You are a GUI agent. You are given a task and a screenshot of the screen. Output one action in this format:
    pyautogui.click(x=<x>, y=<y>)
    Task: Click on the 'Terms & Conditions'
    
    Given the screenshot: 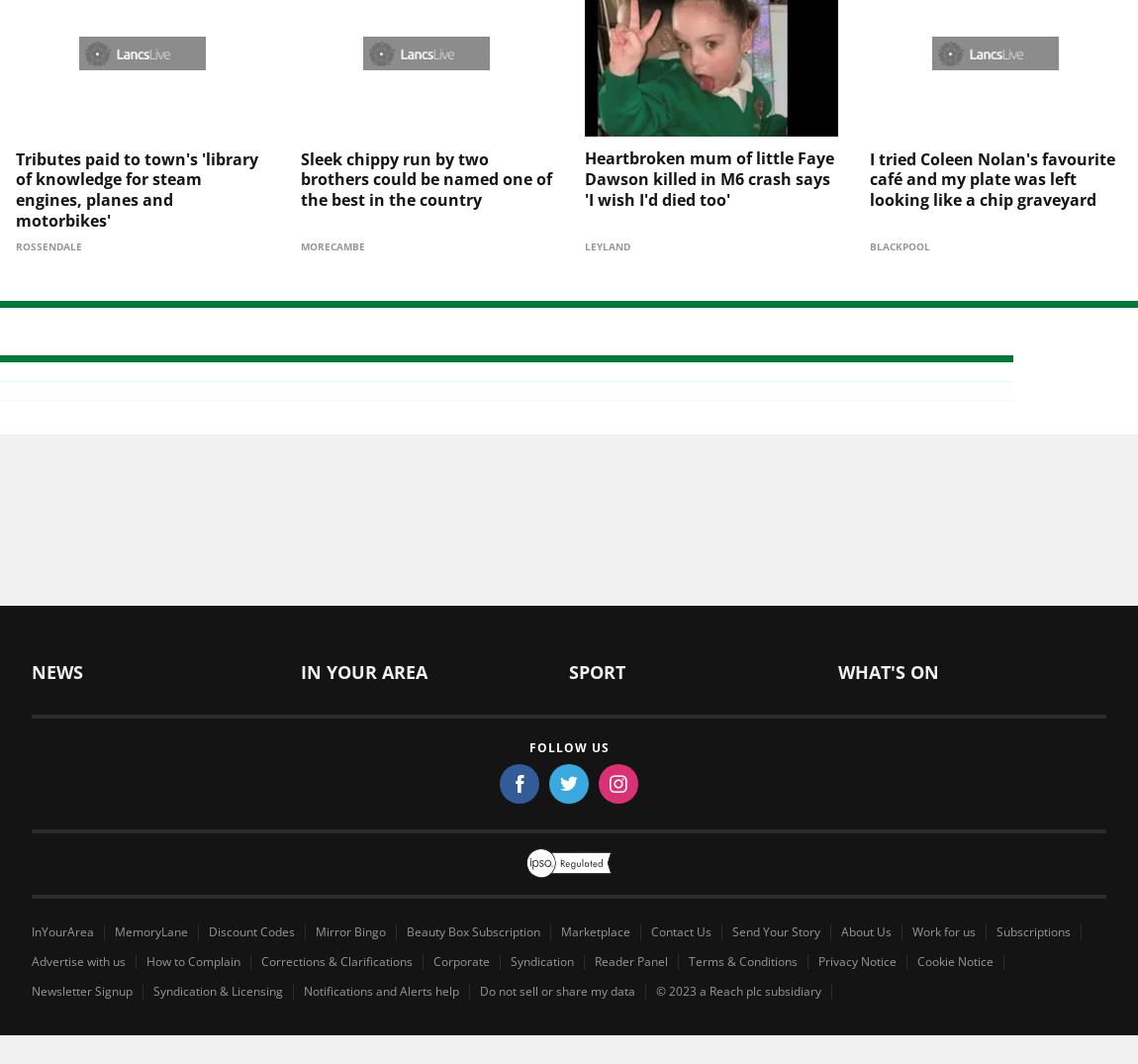 What is the action you would take?
    pyautogui.click(x=741, y=927)
    